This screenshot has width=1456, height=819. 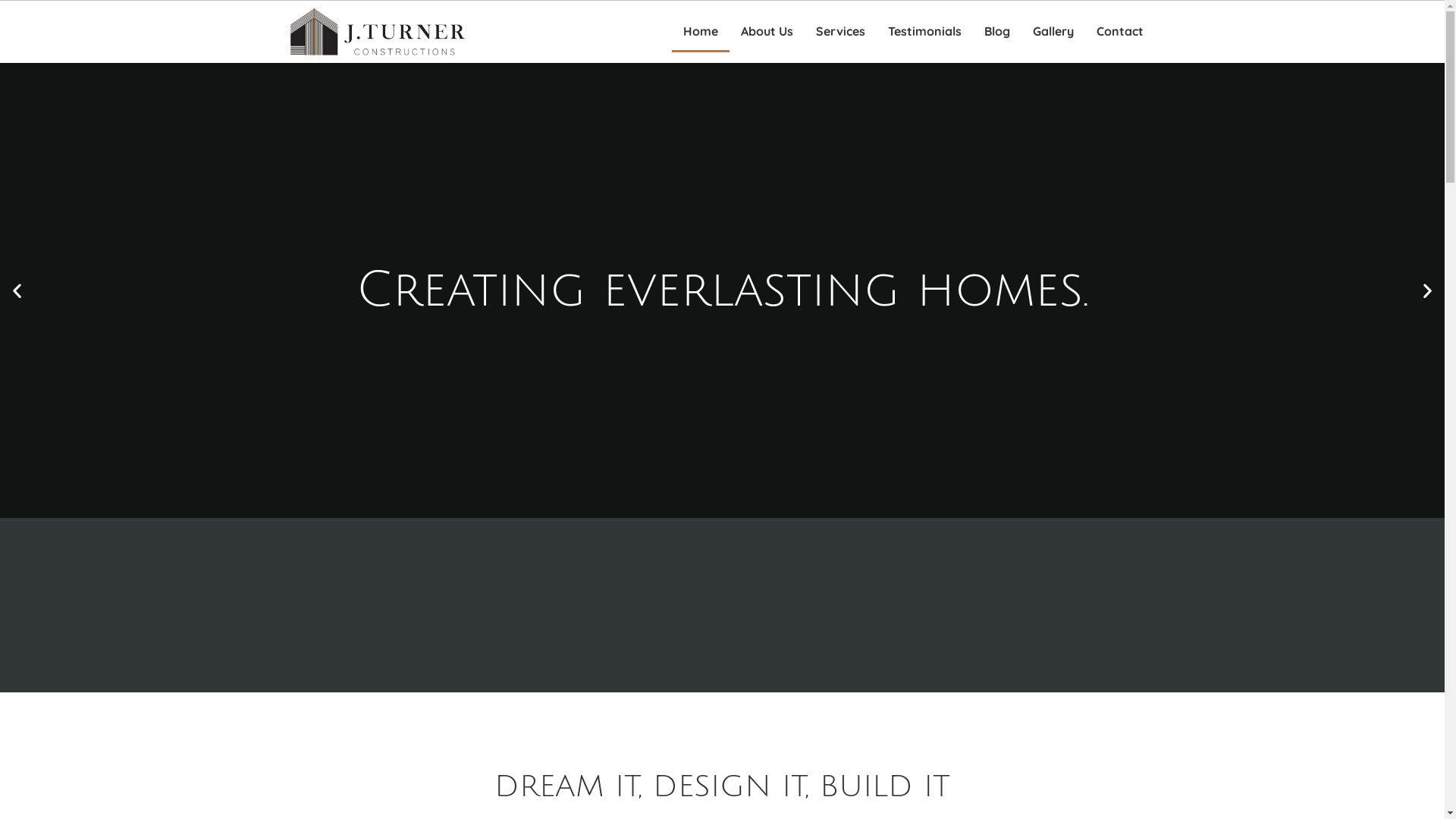 I want to click on 'Contact', so click(x=1119, y=32).